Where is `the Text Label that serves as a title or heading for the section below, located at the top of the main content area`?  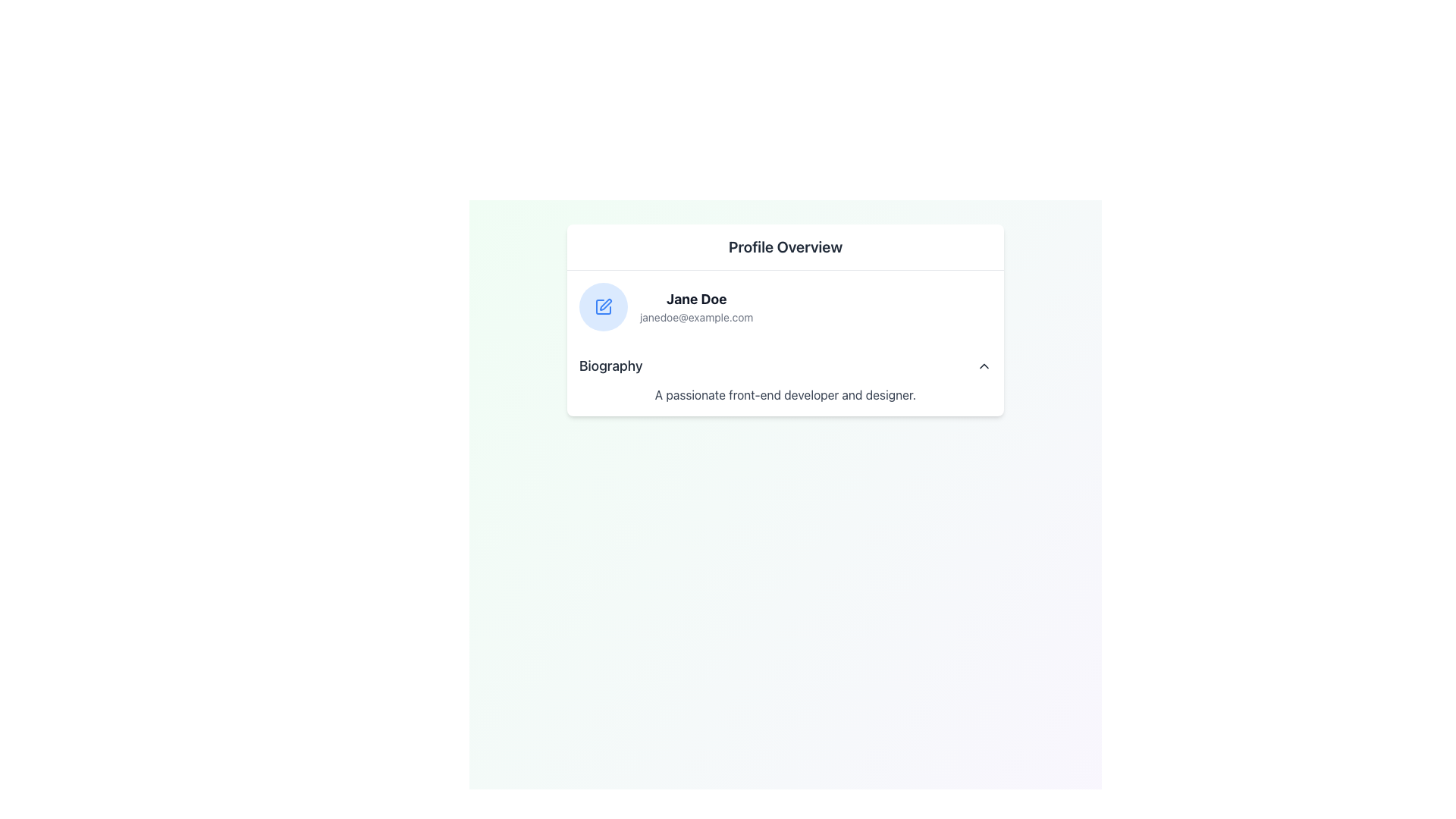 the Text Label that serves as a title or heading for the section below, located at the top of the main content area is located at coordinates (786, 246).